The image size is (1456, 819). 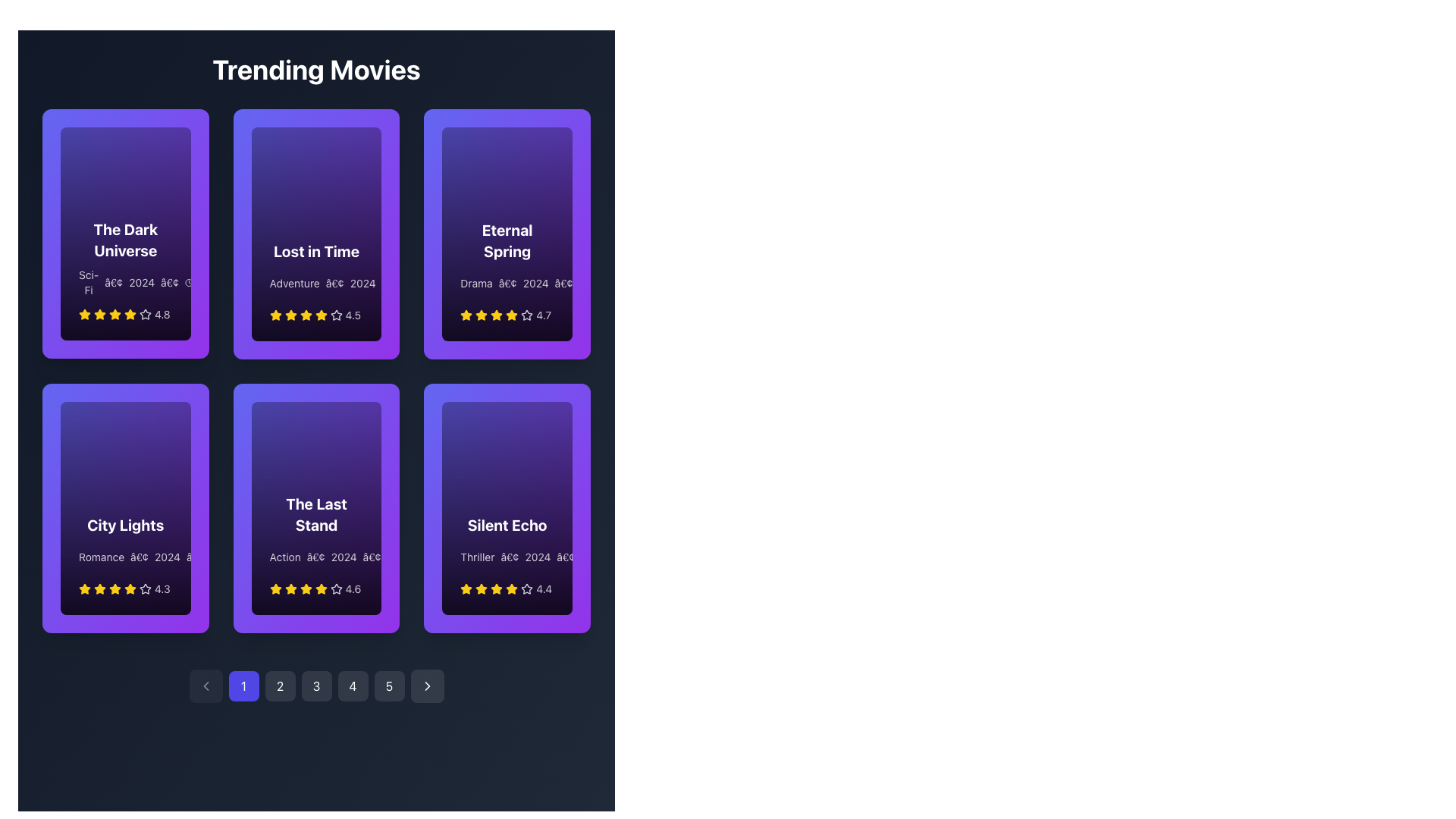 What do you see at coordinates (125, 524) in the screenshot?
I see `the title label of the movie in the fourth column of the 'Trending Movies' grid layout, located in the second row, which serves to help users identify the featured movie` at bounding box center [125, 524].